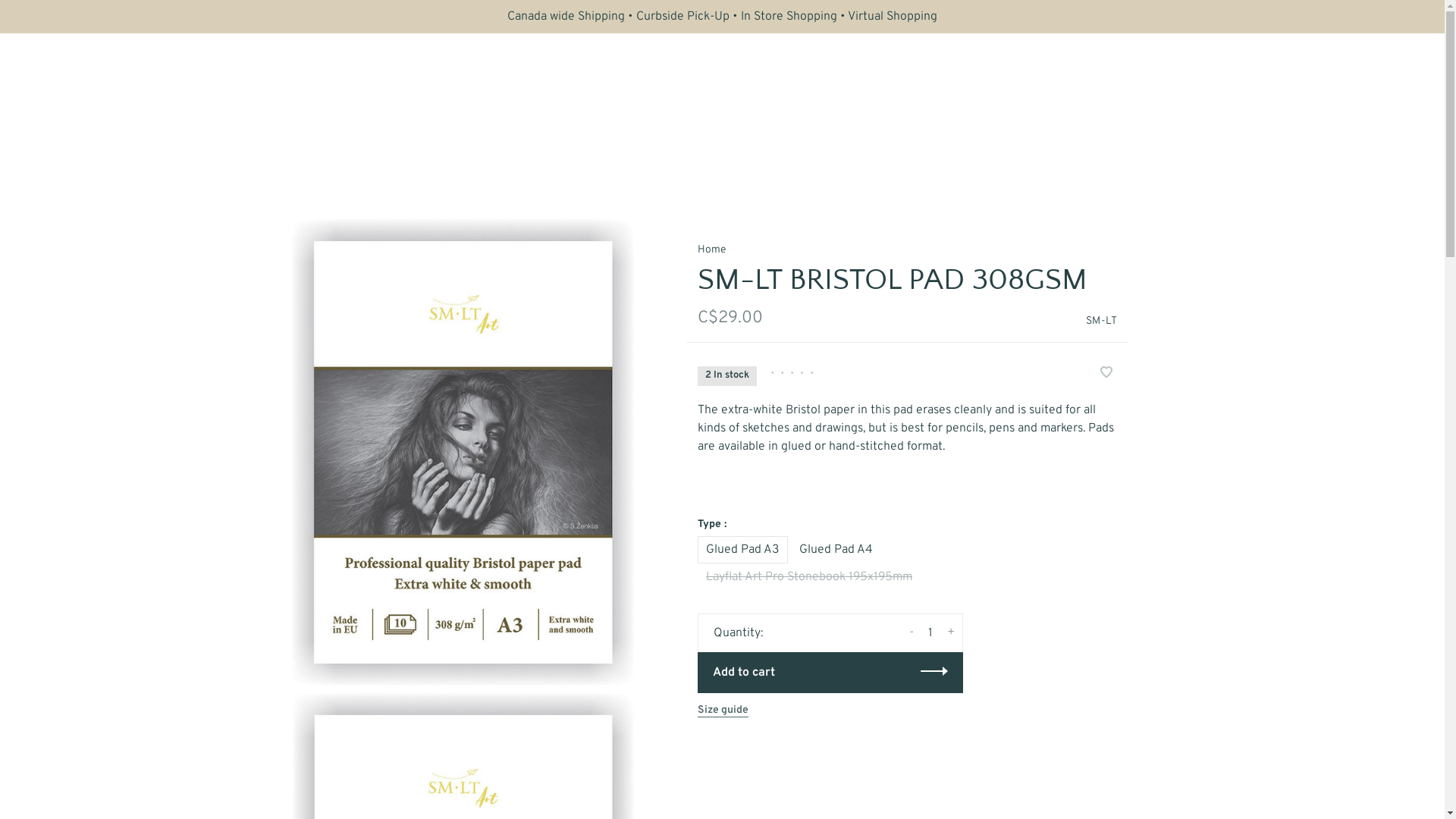 Image resolution: width=1456 pixels, height=819 pixels. Describe the element at coordinates (697, 249) in the screenshot. I see `'Home'` at that location.